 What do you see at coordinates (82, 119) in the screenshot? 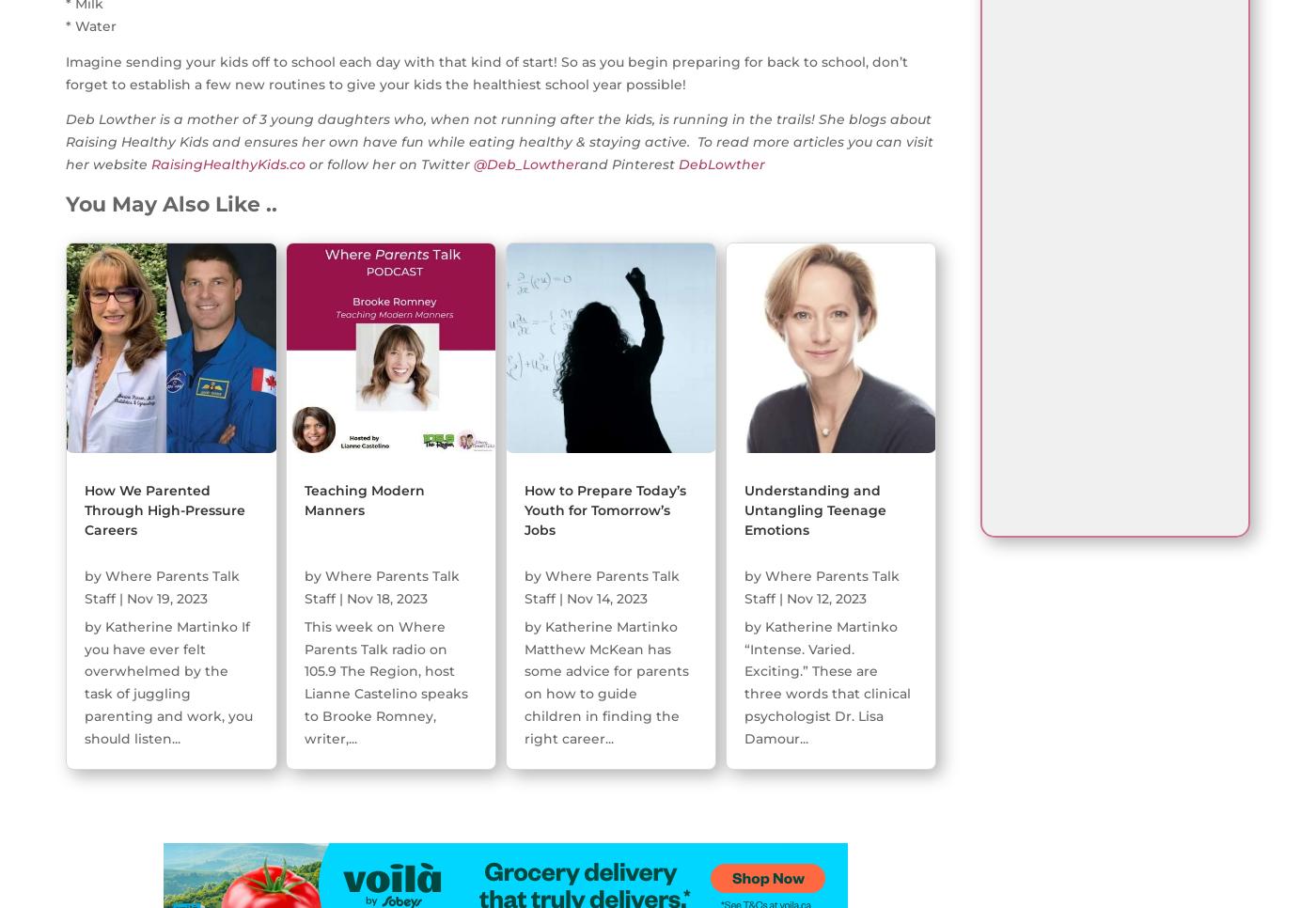
I see `'Deb'` at bounding box center [82, 119].